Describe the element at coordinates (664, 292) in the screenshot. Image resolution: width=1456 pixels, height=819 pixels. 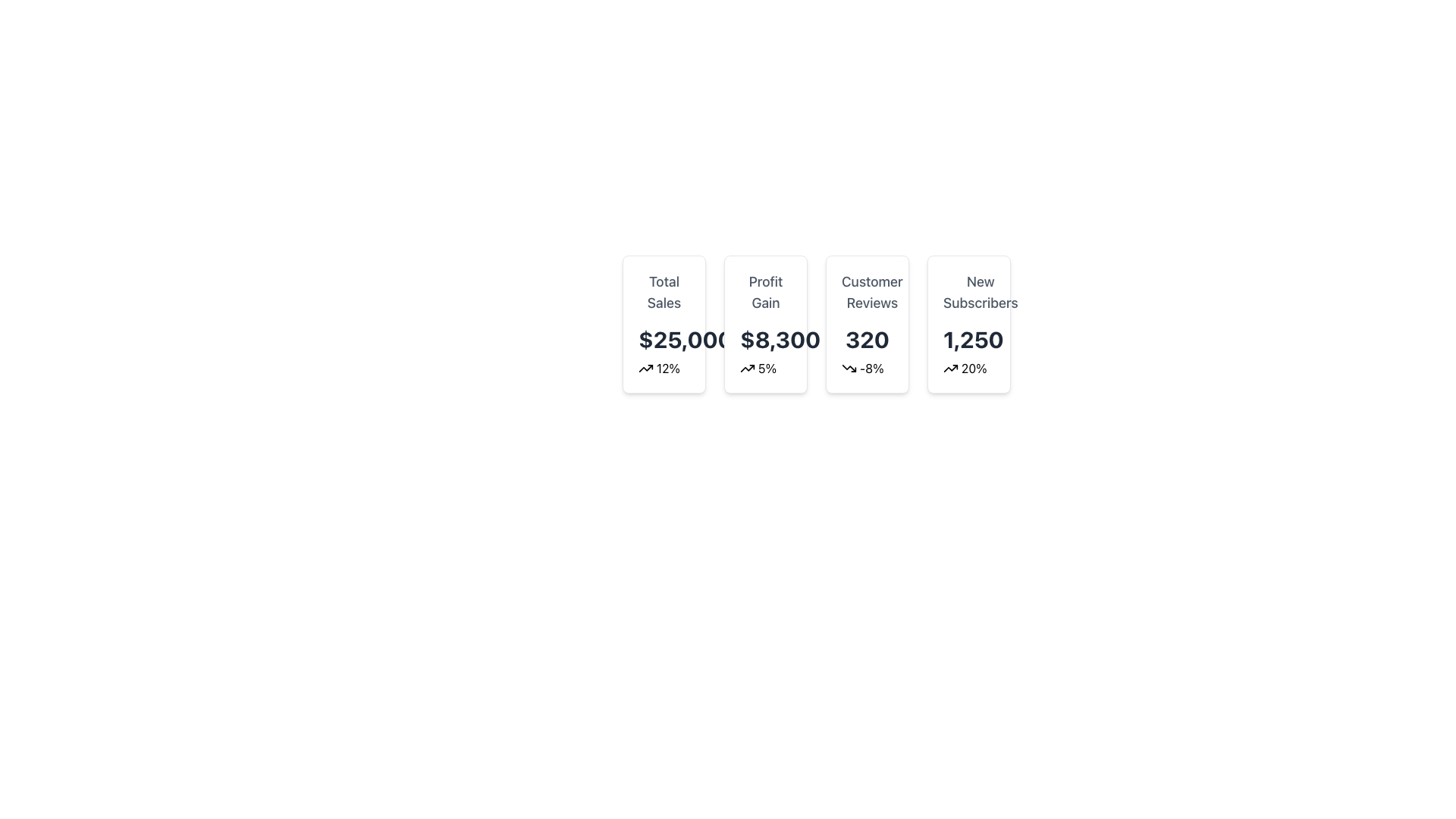
I see `the 'Total Sales' text label located at the top of the first card on the left, which is displayed in a medium-sized gray font` at that location.